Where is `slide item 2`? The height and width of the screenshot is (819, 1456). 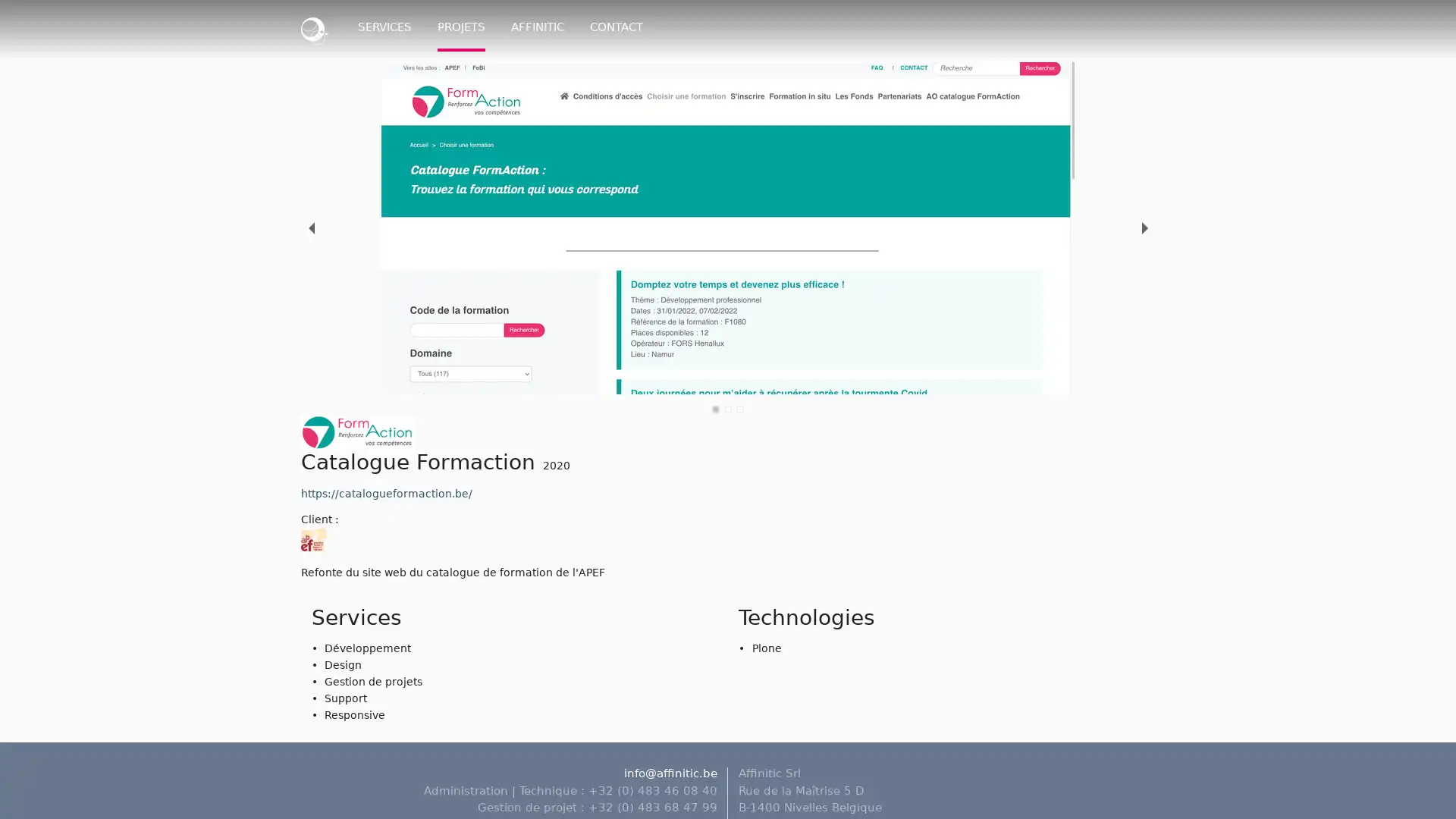 slide item 2 is located at coordinates (728, 494).